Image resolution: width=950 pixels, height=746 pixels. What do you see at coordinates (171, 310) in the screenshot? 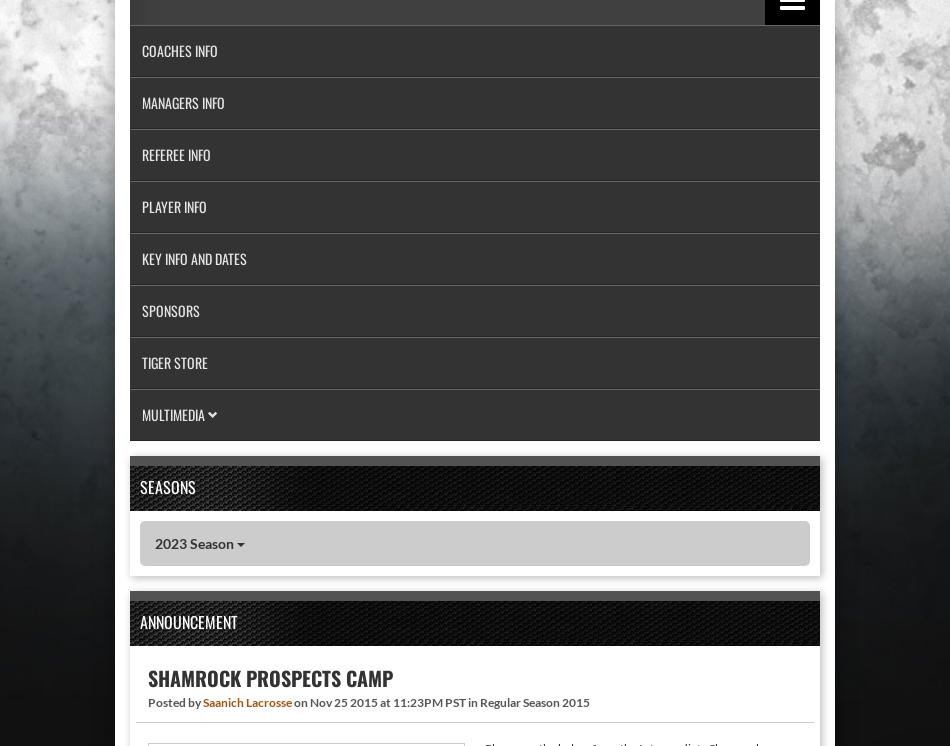
I see `'Sponsors'` at bounding box center [171, 310].